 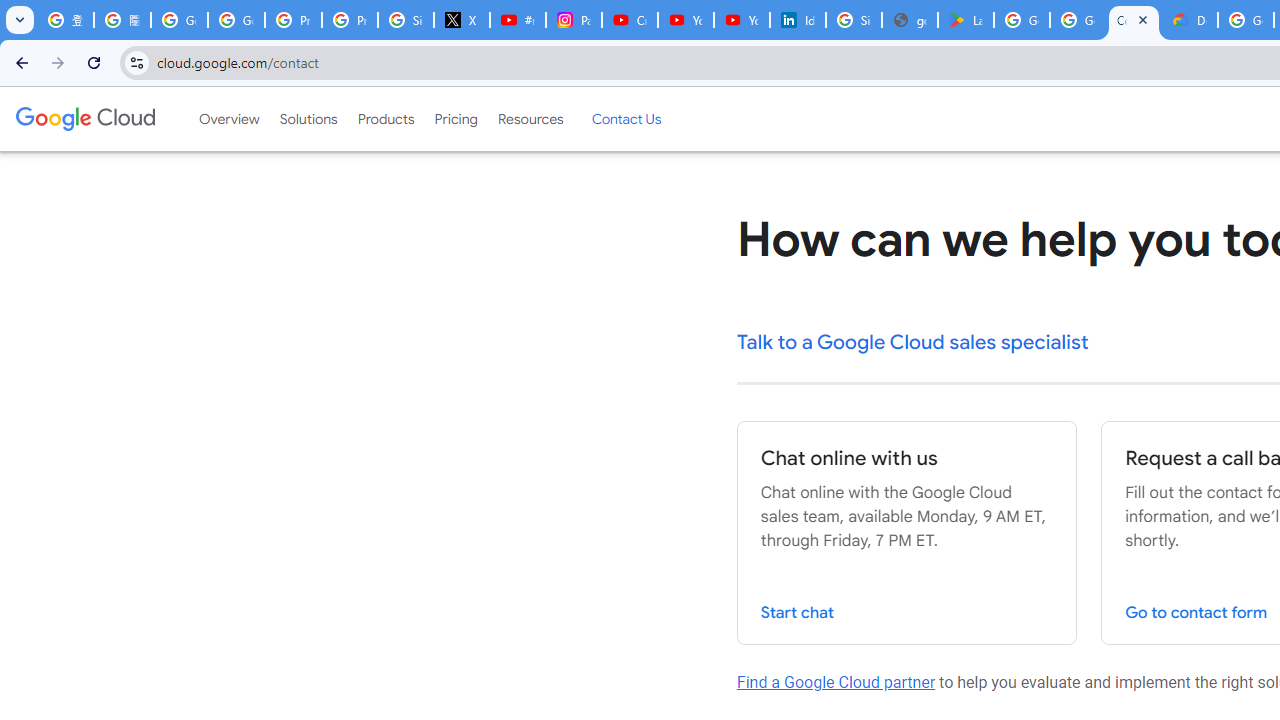 I want to click on 'Google Workspace - Specific Terms', so click(x=1076, y=20).